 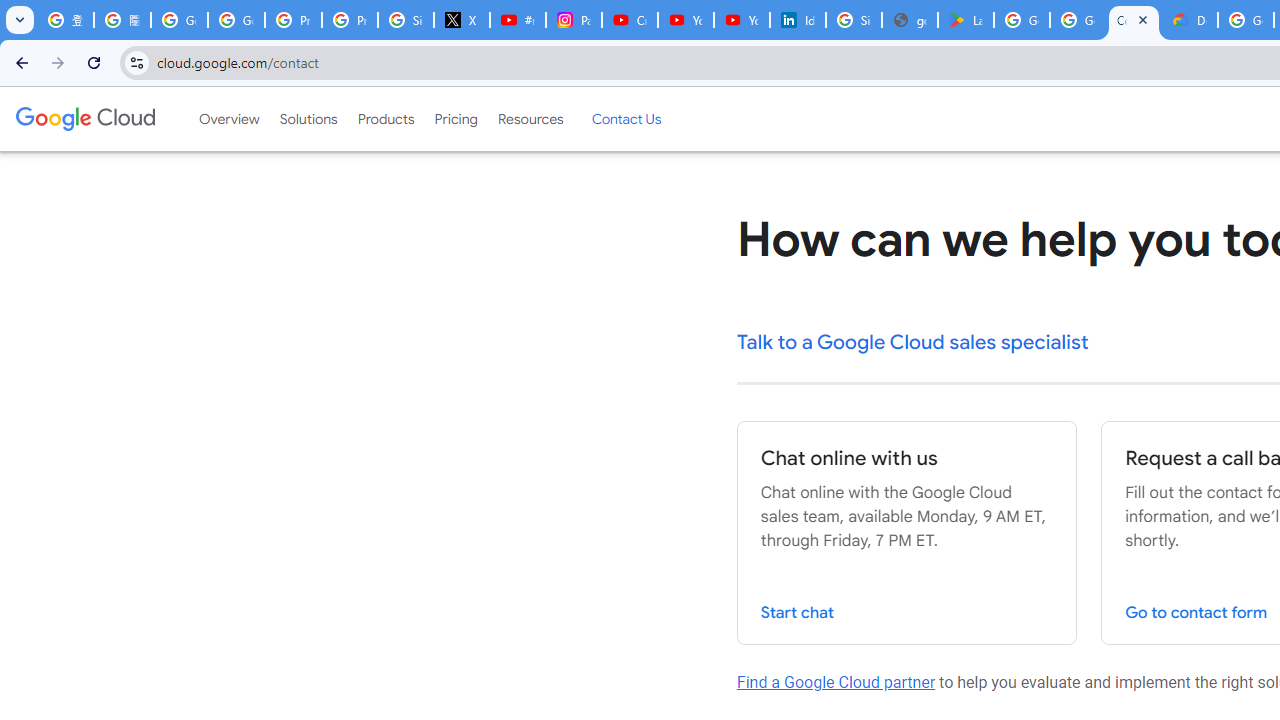 I want to click on 'Google Workspace - Specific Terms', so click(x=1076, y=20).